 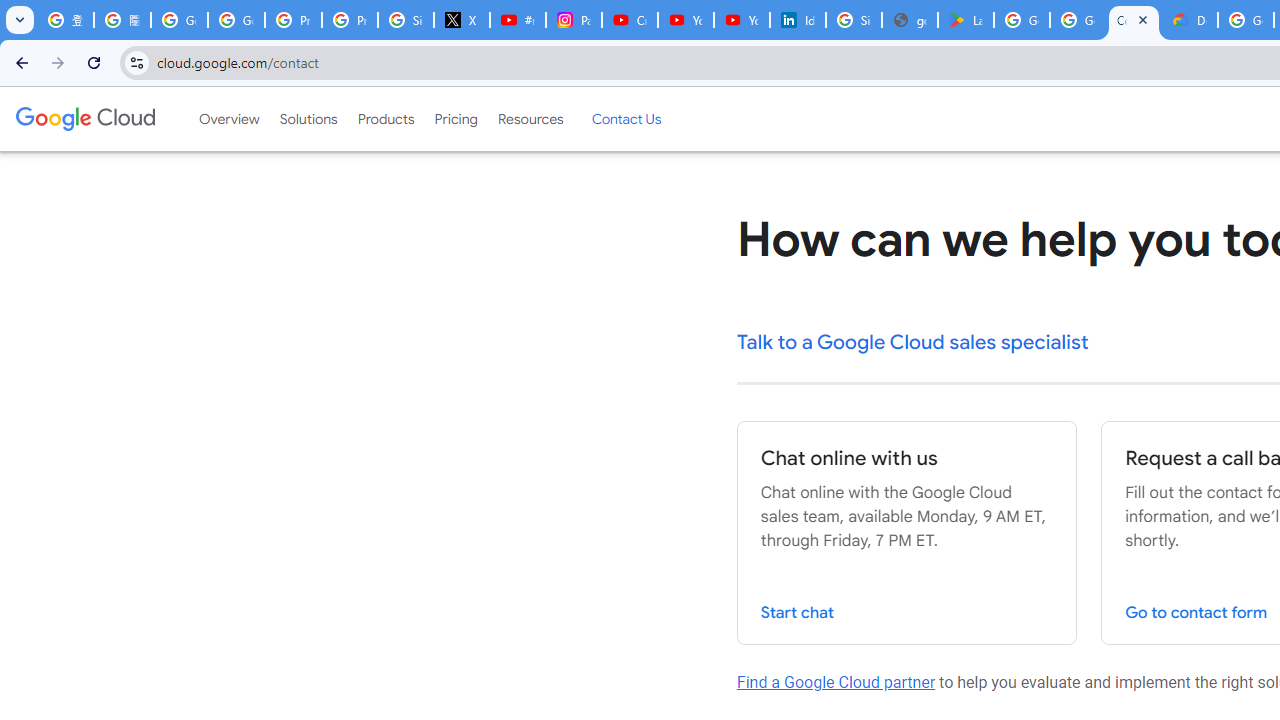 I want to click on 'Google Workspace - Specific Terms', so click(x=1076, y=20).